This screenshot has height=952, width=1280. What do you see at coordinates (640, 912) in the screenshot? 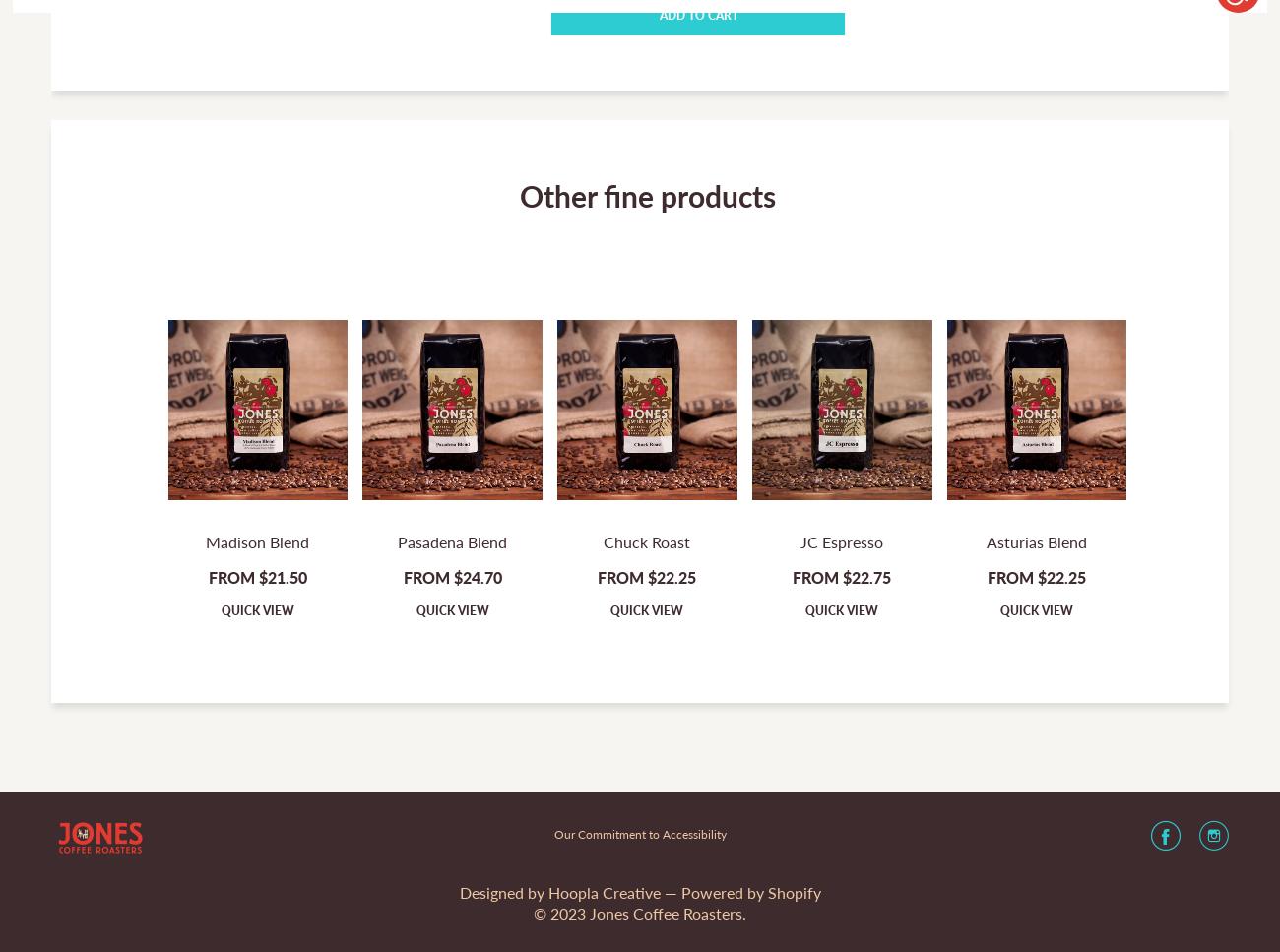
I see `'© 2023 Jones Coffee Roasters.'` at bounding box center [640, 912].